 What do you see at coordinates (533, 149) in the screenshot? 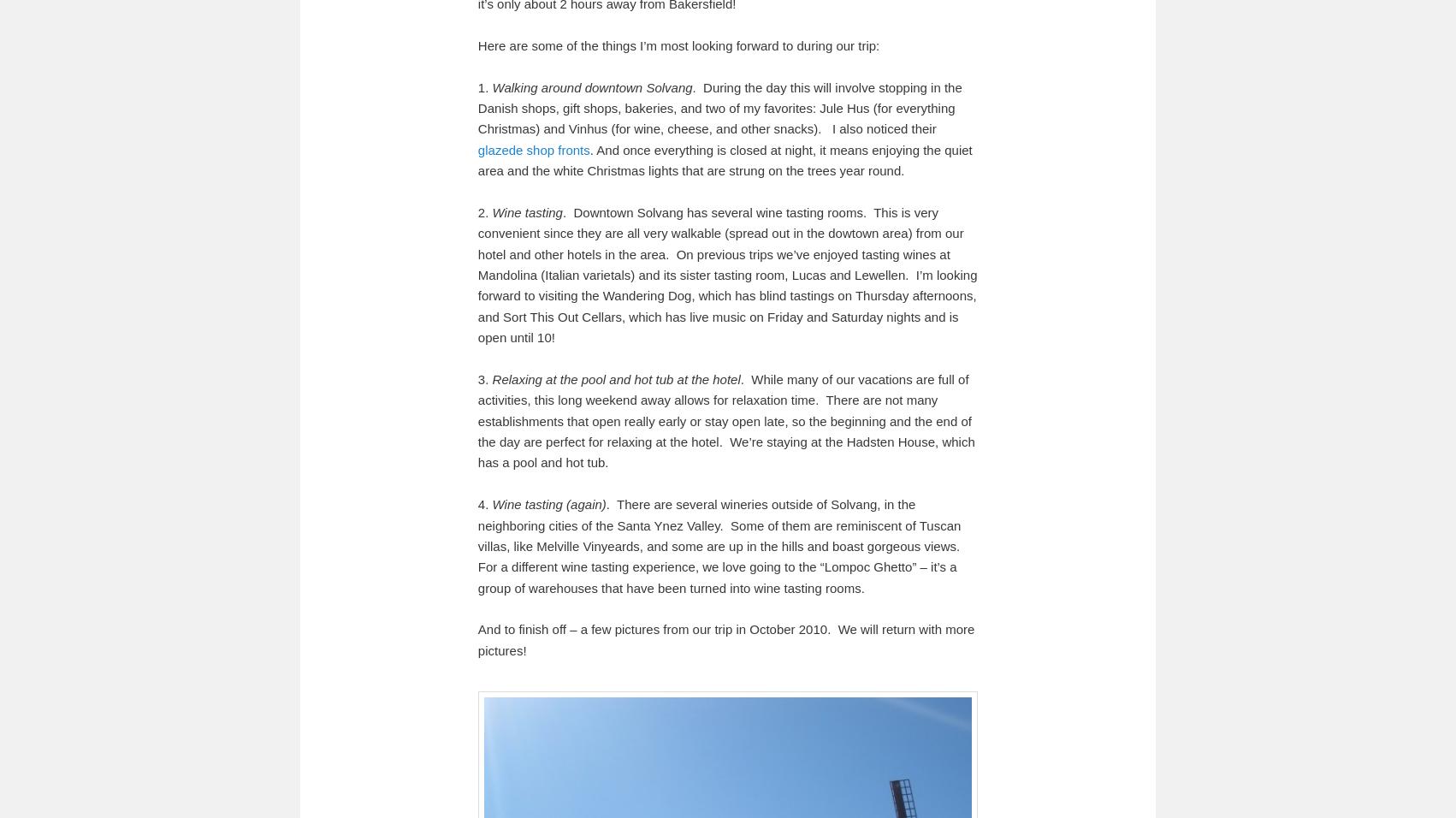
I see `'glazede shop fronts'` at bounding box center [533, 149].